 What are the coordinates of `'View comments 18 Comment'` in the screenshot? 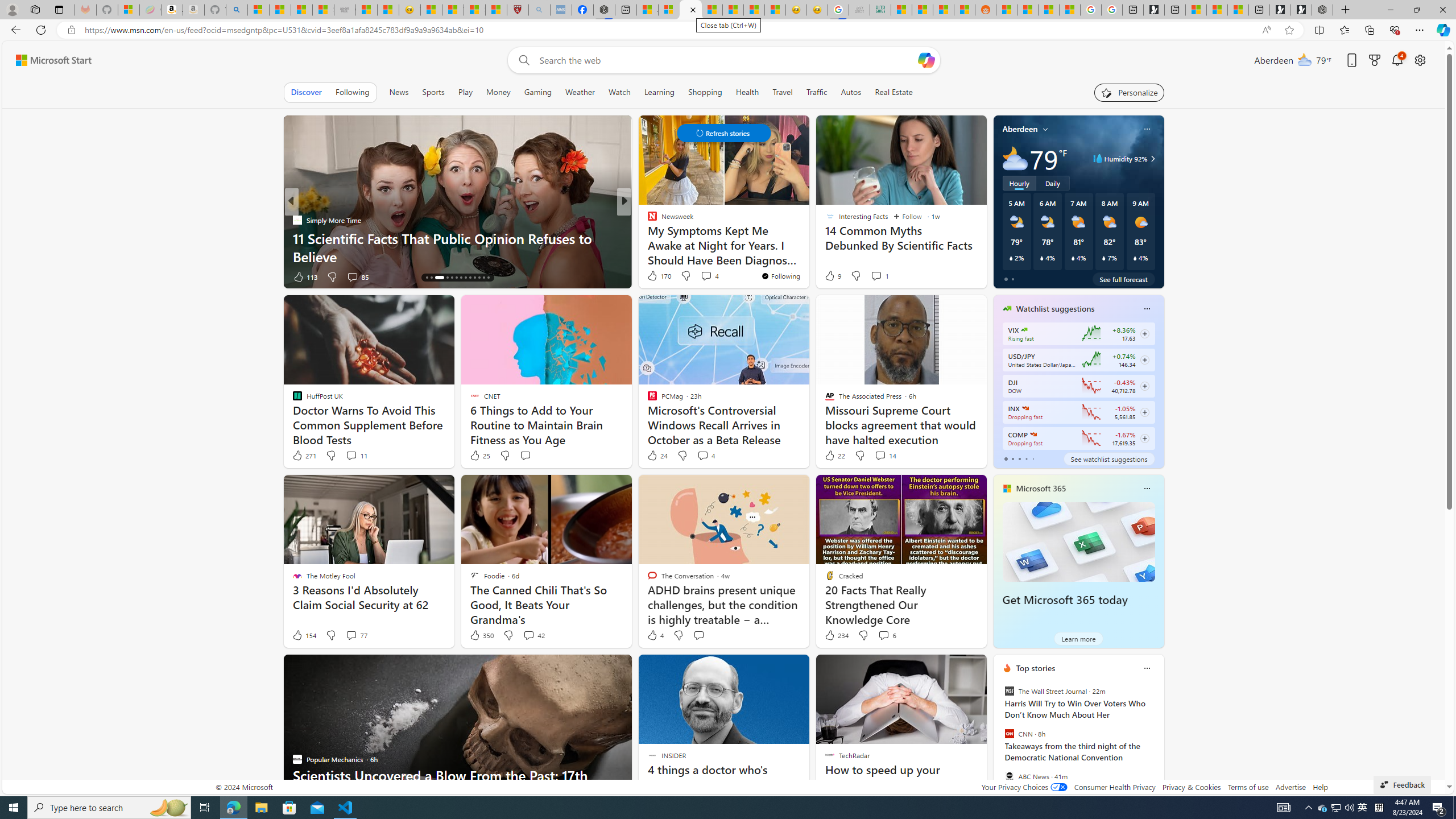 It's located at (707, 276).